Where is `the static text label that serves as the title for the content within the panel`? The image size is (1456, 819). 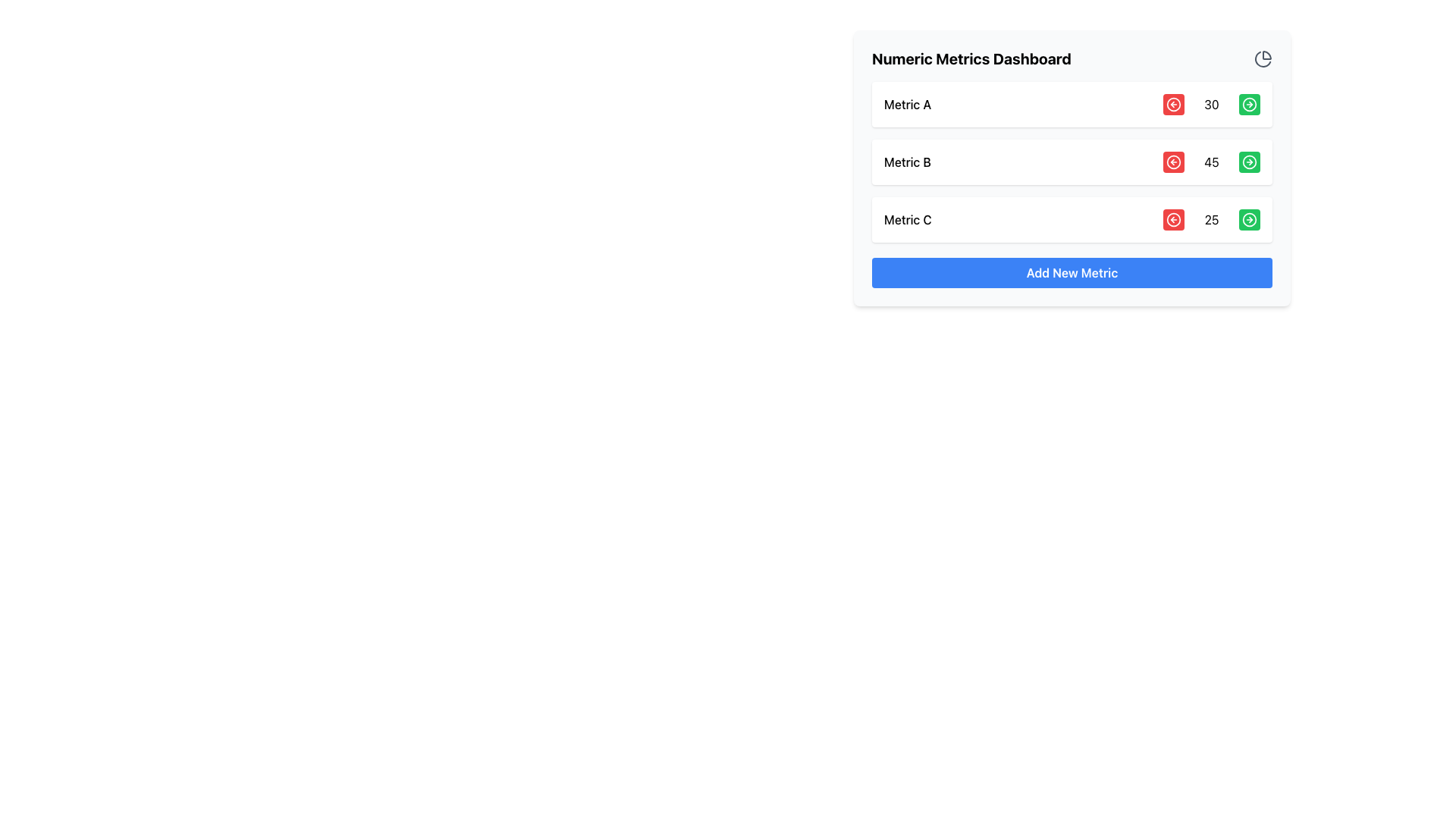 the static text label that serves as the title for the content within the panel is located at coordinates (971, 58).